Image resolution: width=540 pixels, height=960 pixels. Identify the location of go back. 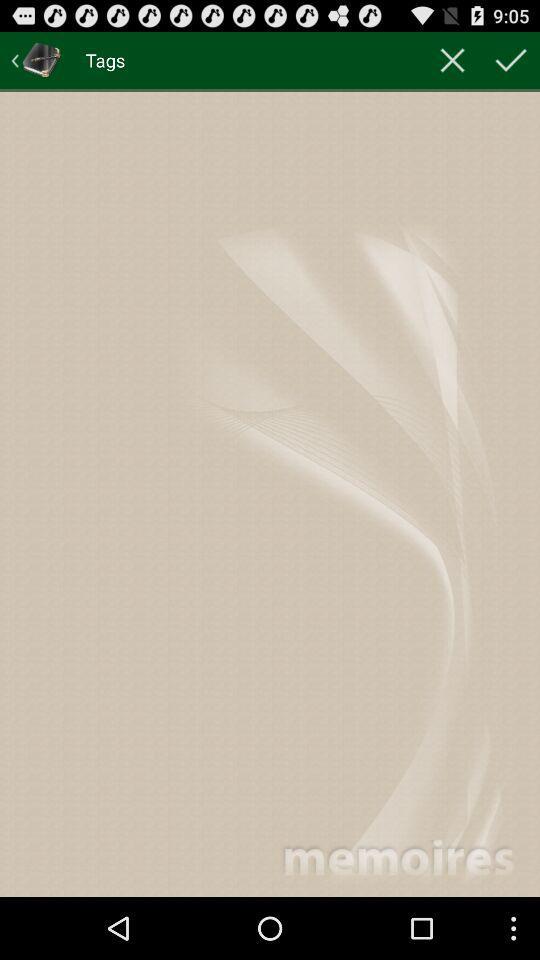
(36, 59).